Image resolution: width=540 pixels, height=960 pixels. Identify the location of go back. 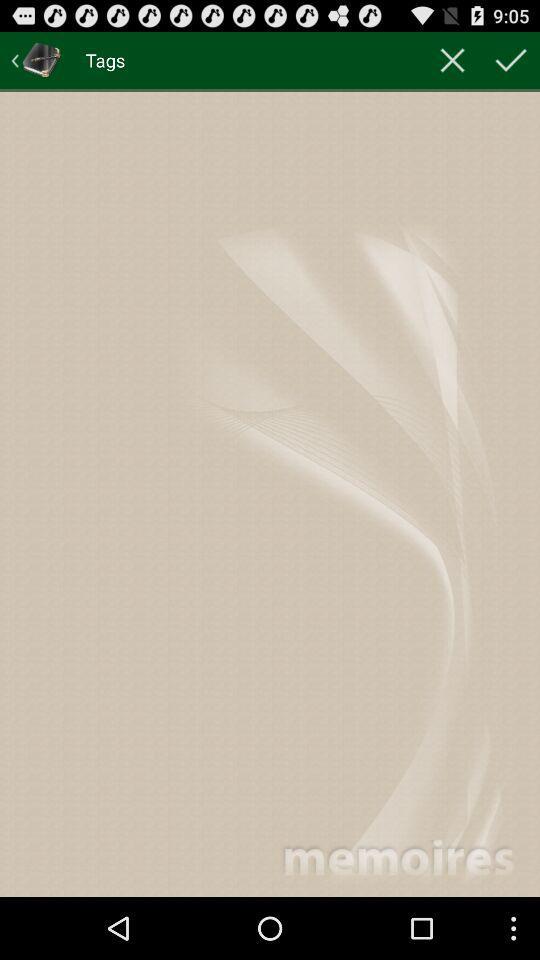
(36, 59).